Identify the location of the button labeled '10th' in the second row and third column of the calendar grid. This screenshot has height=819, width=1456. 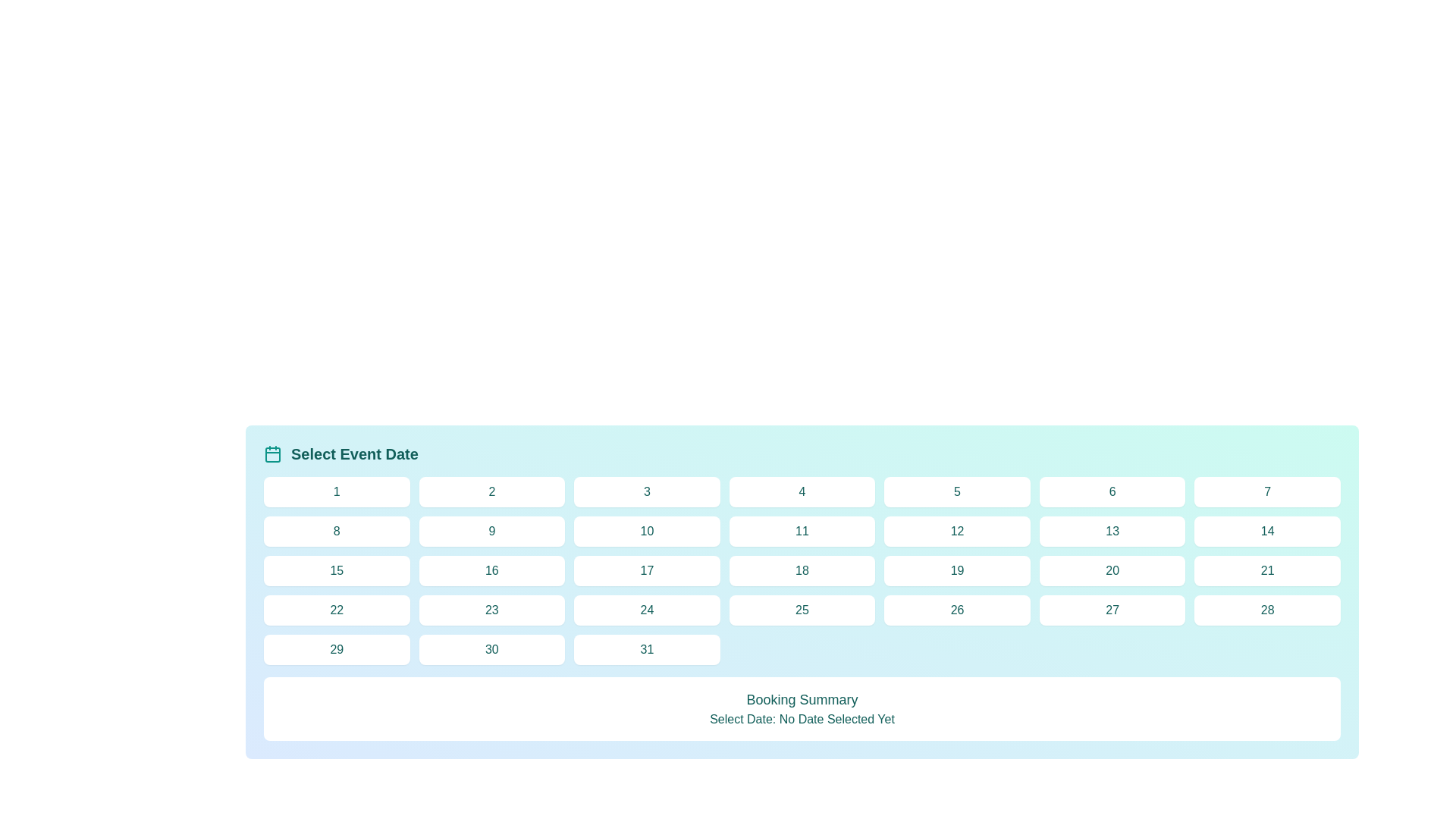
(647, 531).